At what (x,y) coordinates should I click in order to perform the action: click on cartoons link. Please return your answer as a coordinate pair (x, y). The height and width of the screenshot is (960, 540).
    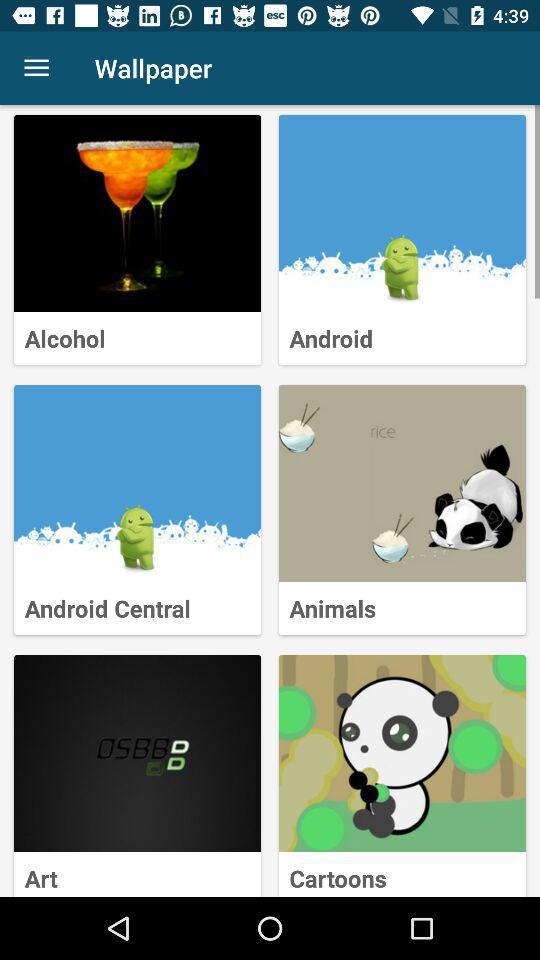
    Looking at the image, I should click on (402, 752).